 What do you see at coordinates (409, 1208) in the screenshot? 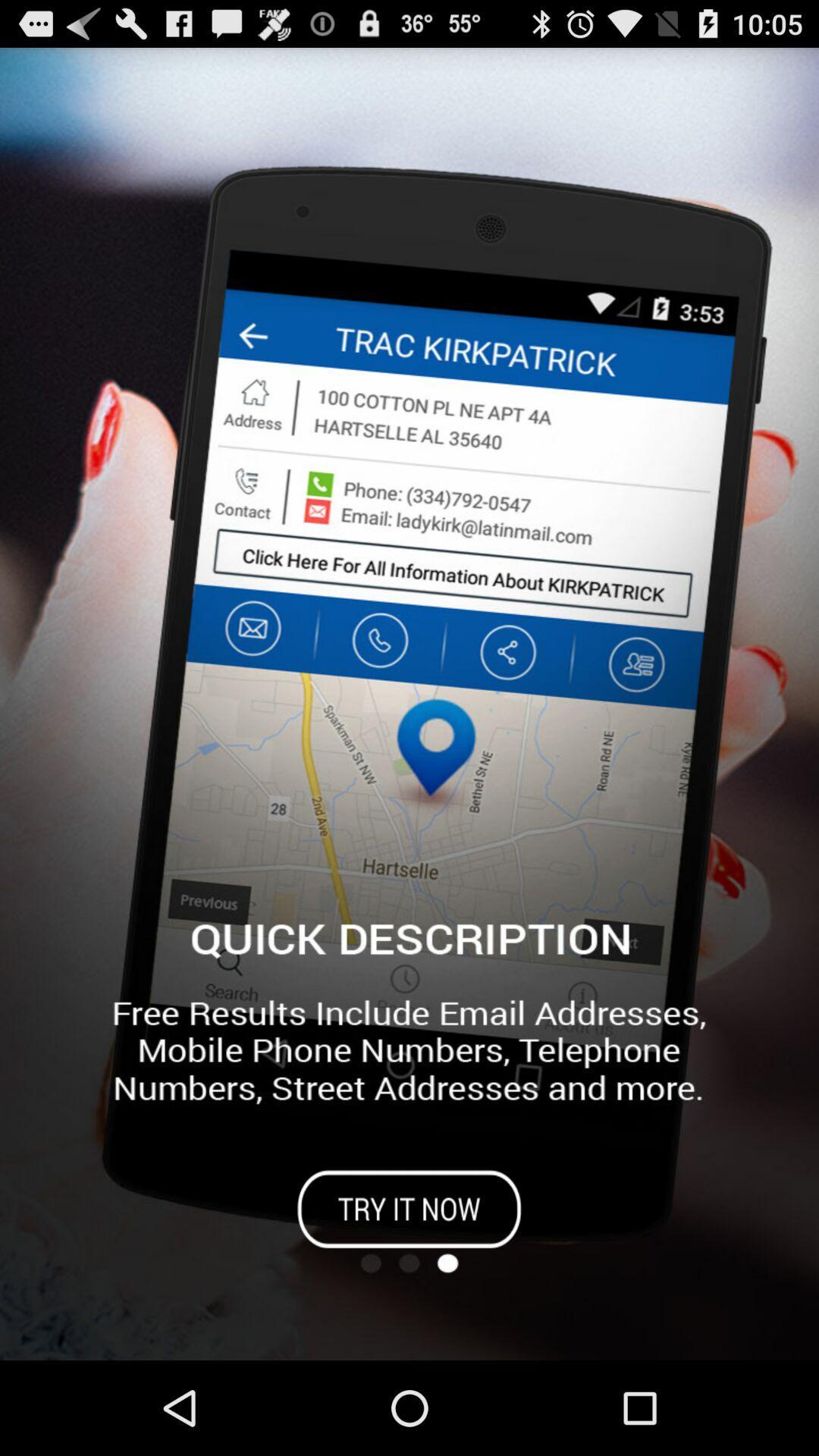
I see `app page` at bounding box center [409, 1208].